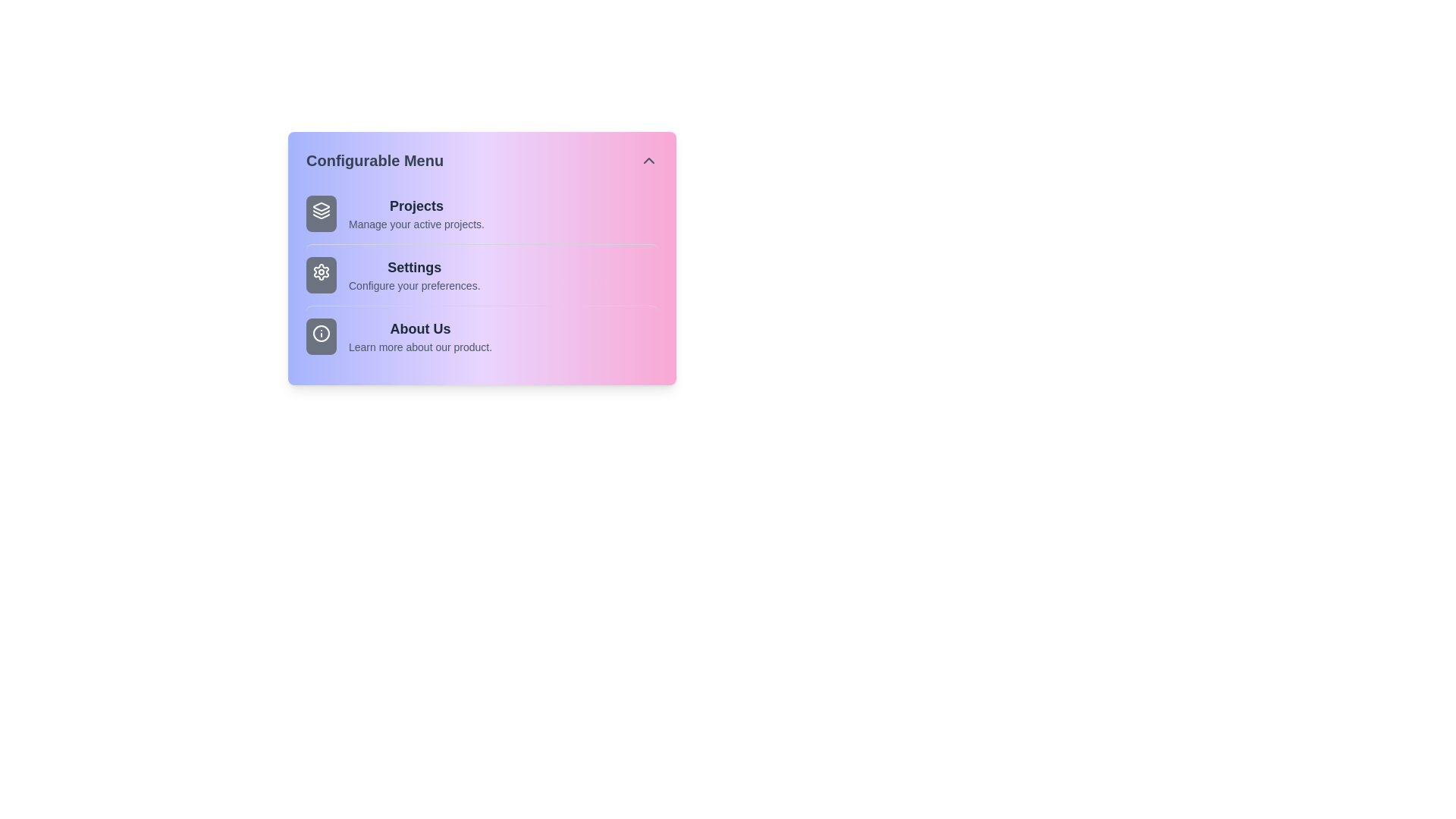 This screenshot has width=1456, height=819. I want to click on the menu item Projects by clicking on it, so click(481, 213).